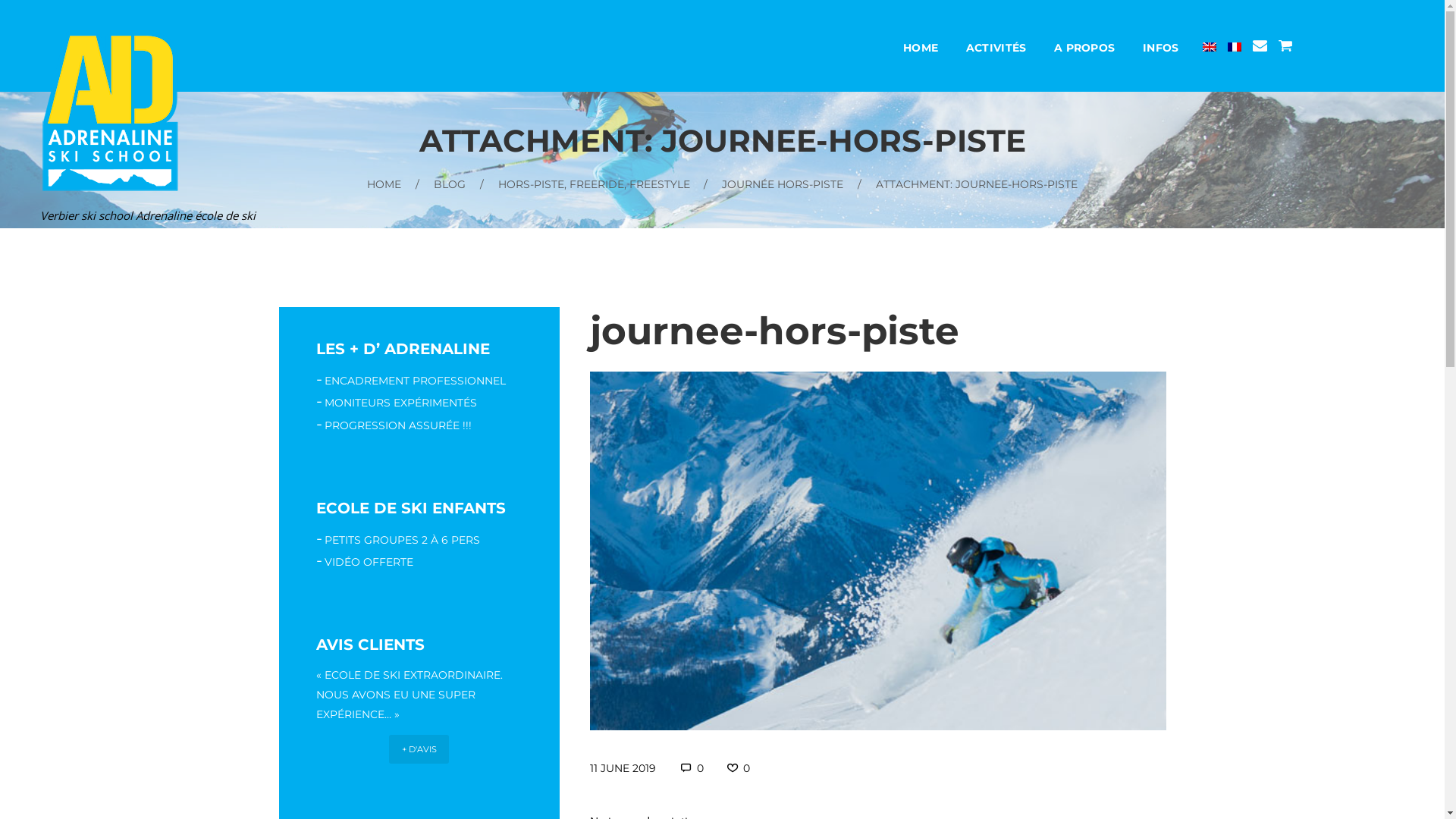 The image size is (1456, 819). I want to click on '11 JUNE 2019', so click(588, 768).